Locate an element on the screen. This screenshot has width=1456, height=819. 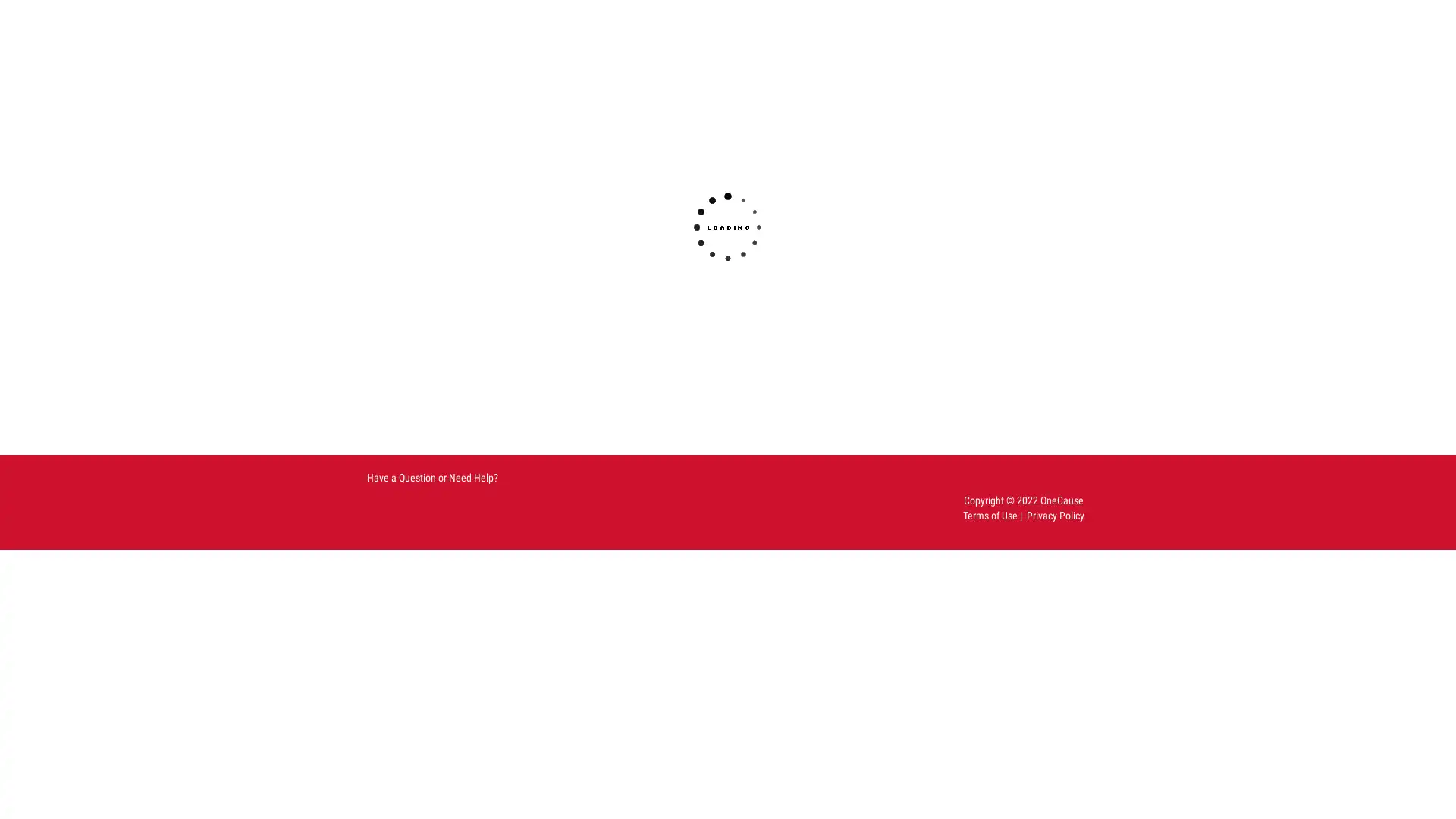
$5,000 is located at coordinates (761, 256).